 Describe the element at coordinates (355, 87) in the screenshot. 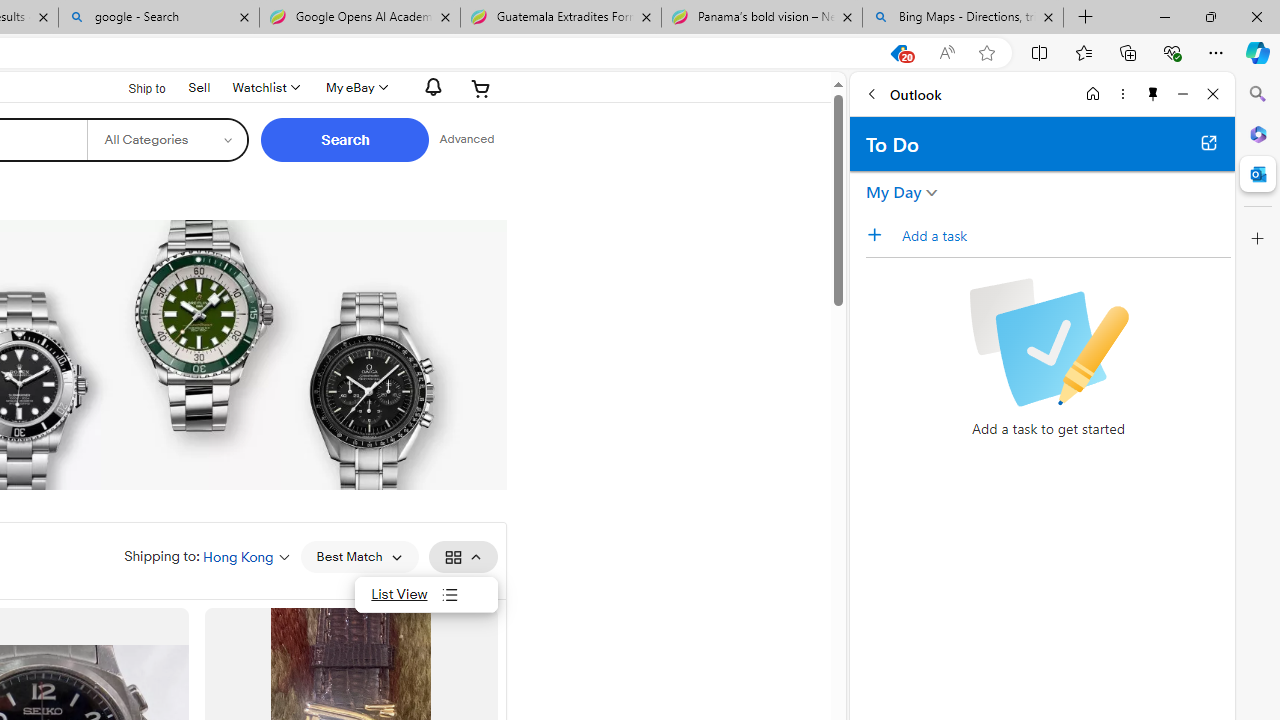

I see `'My eBay'` at that location.